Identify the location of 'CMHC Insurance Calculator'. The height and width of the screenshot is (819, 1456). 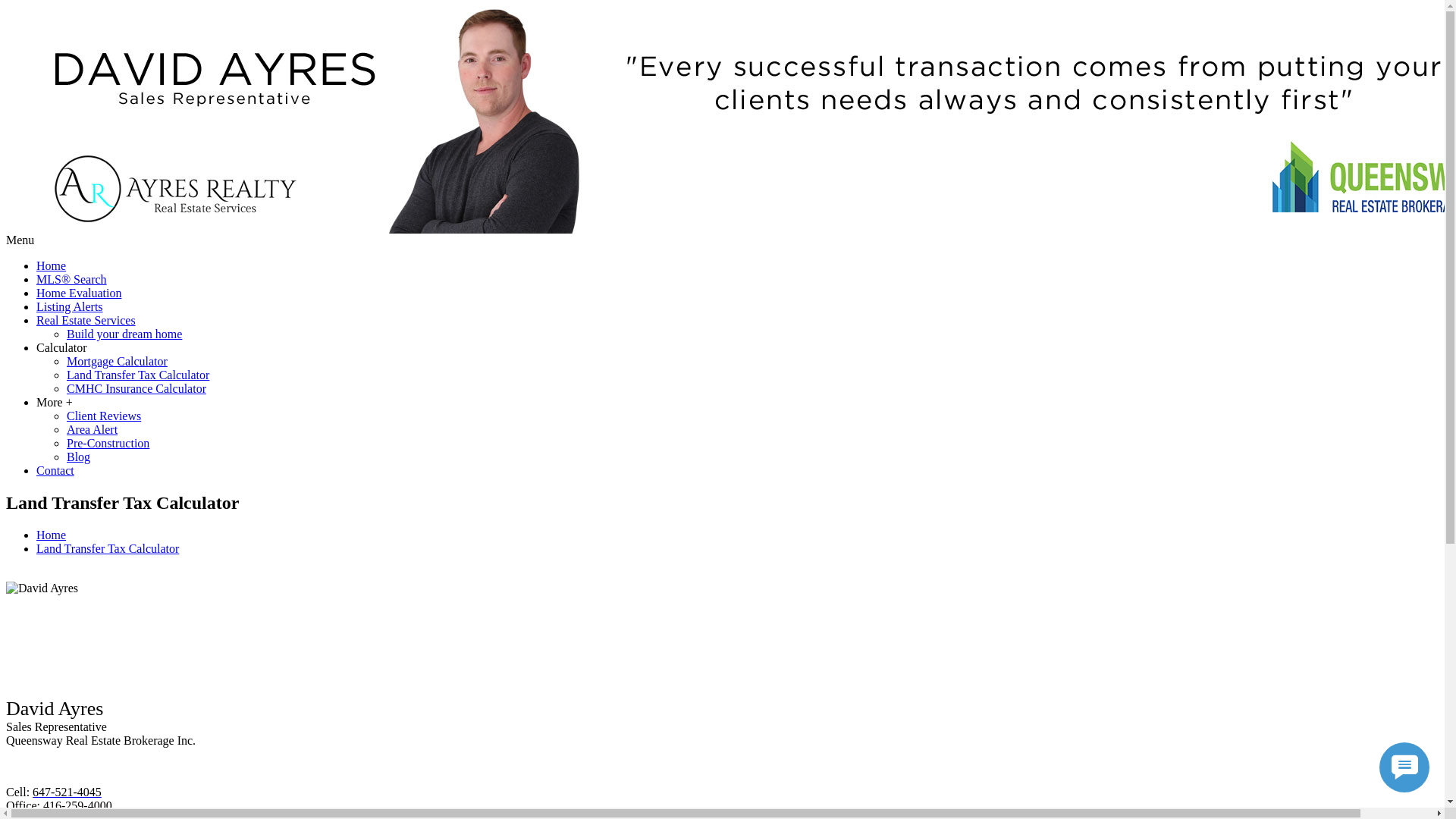
(65, 388).